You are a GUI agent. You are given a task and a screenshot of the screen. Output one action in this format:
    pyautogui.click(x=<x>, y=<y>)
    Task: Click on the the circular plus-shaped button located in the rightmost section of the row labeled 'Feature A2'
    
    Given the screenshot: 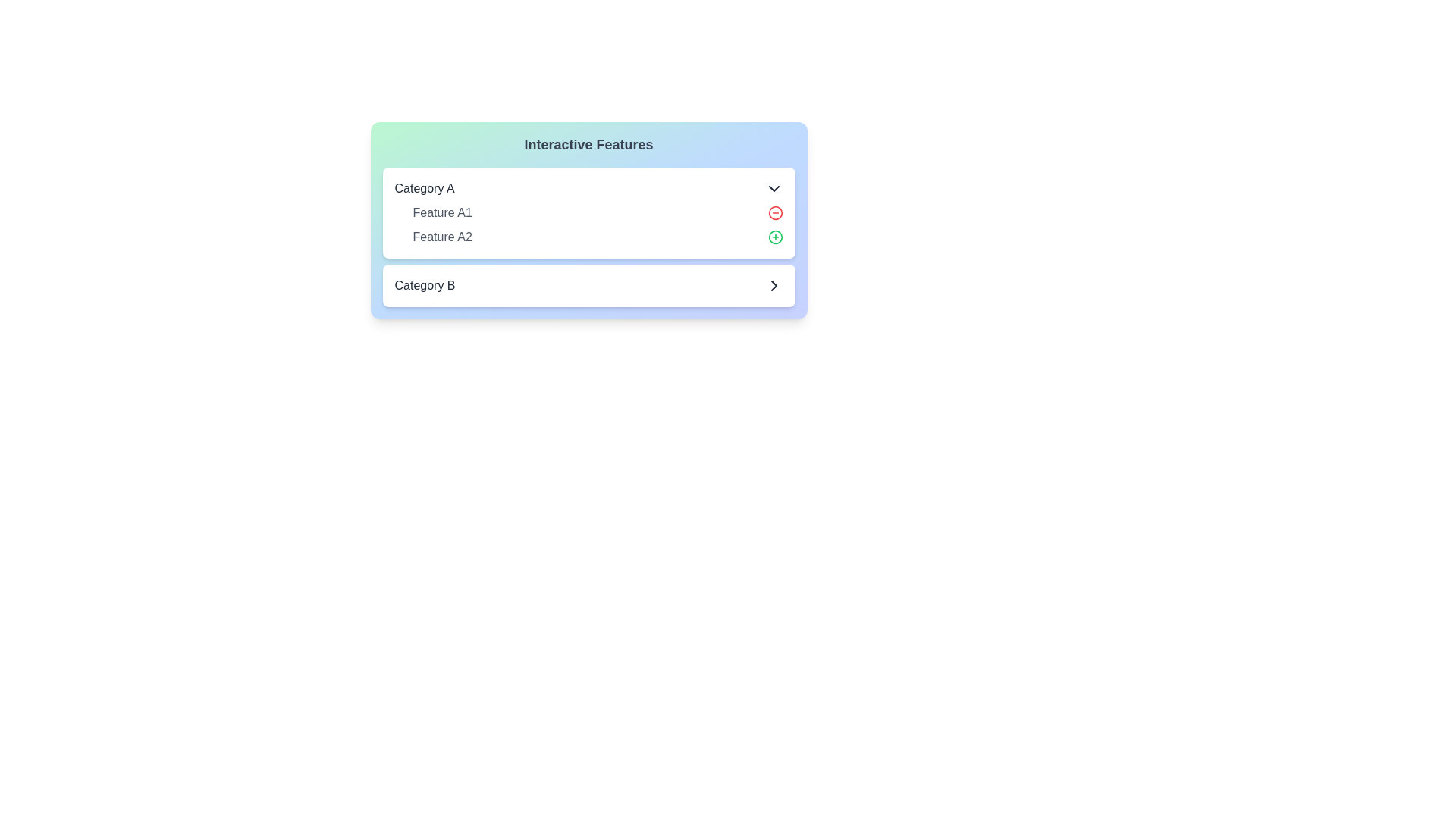 What is the action you would take?
    pyautogui.click(x=775, y=237)
    